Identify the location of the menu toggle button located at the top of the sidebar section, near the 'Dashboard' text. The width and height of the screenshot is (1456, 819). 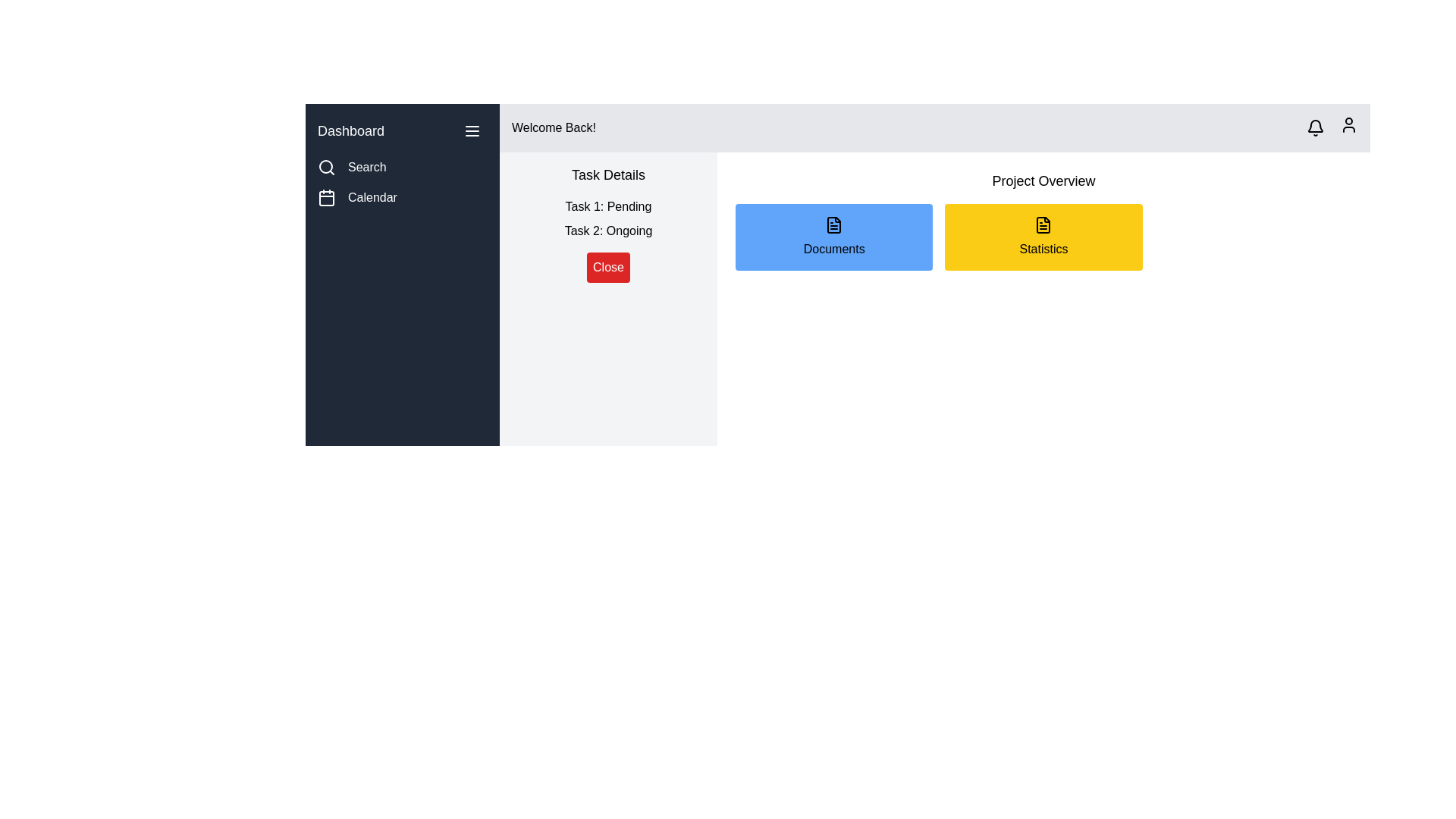
(472, 130).